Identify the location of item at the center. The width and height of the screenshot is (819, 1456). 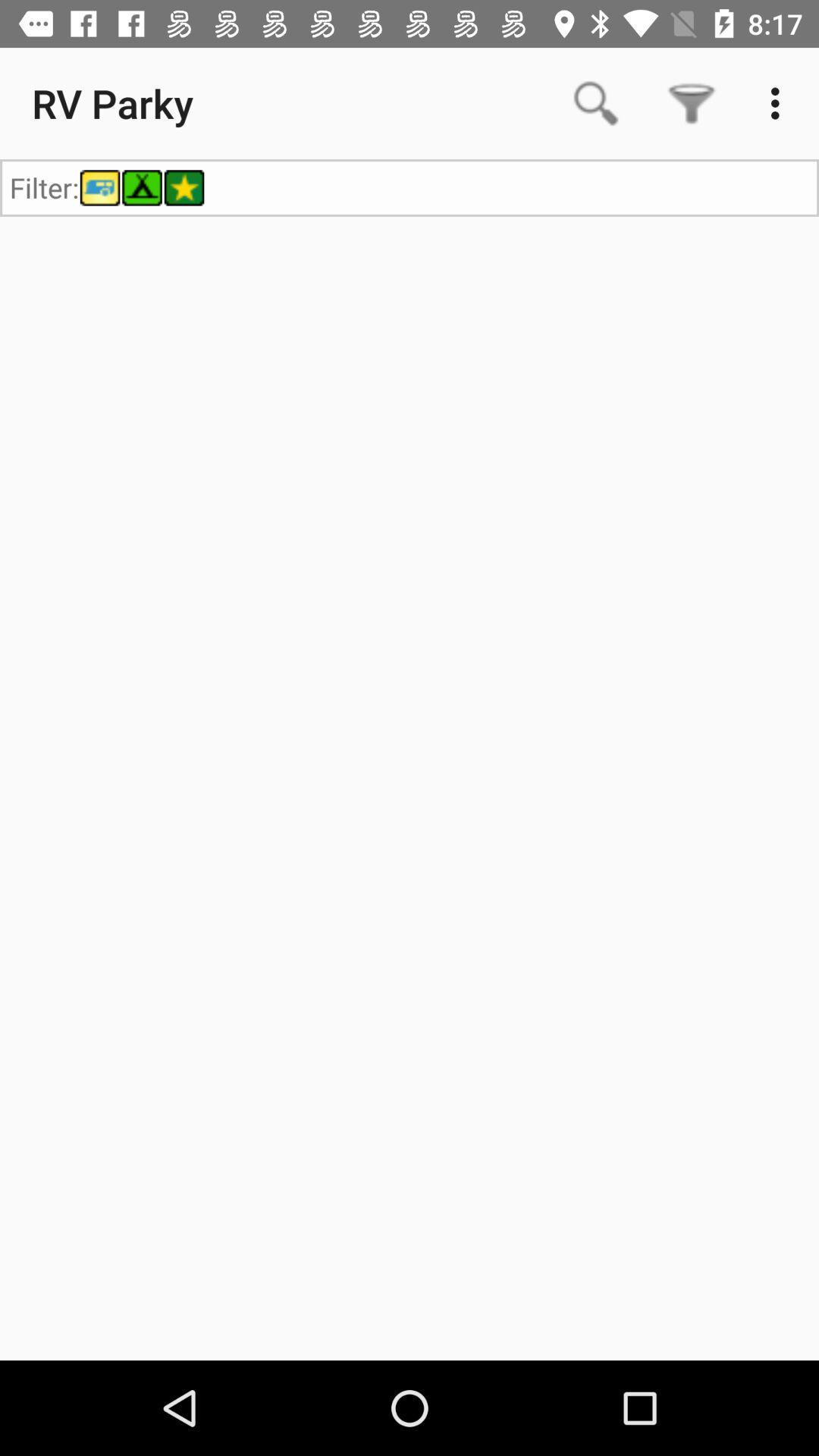
(409, 788).